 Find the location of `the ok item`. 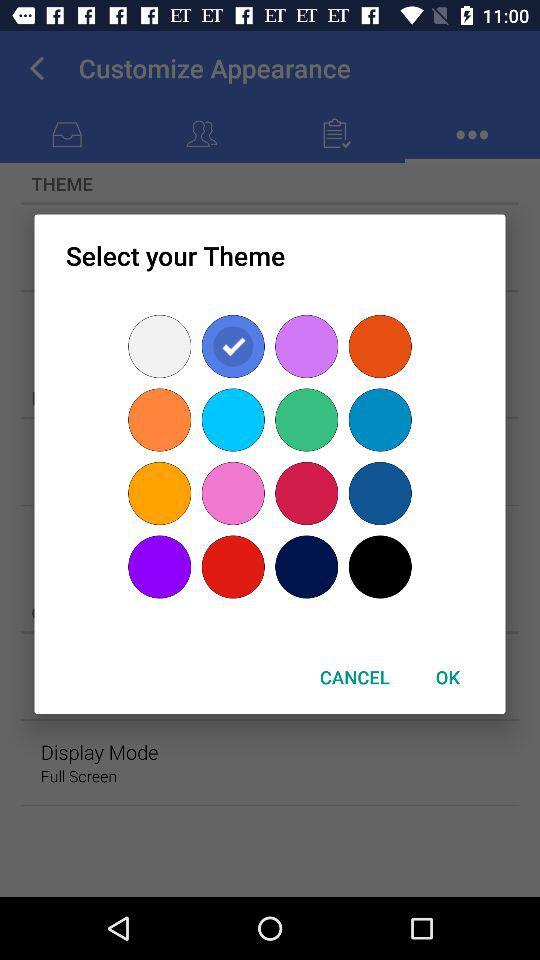

the ok item is located at coordinates (447, 677).